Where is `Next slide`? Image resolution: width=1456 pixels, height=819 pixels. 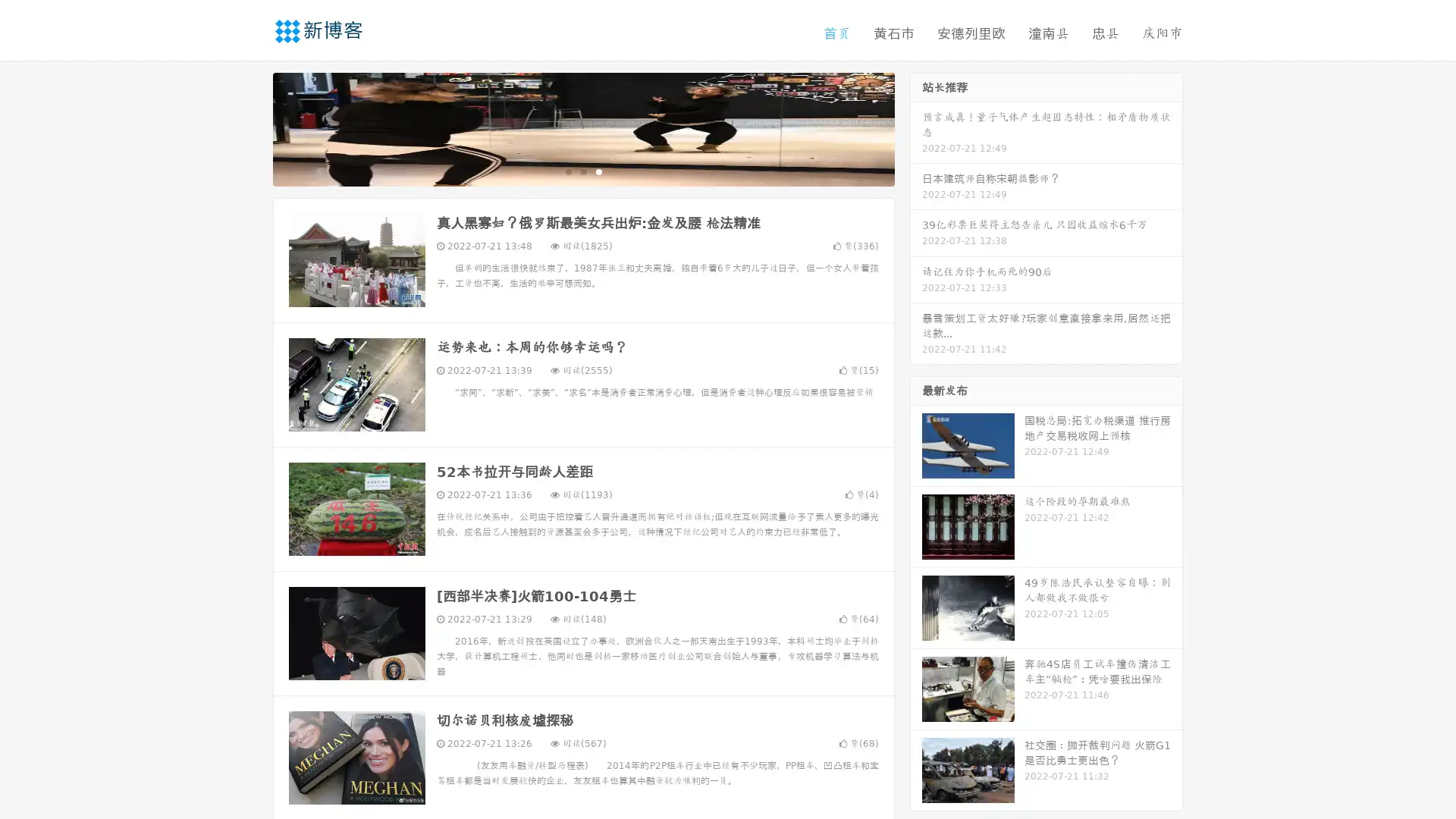
Next slide is located at coordinates (916, 127).